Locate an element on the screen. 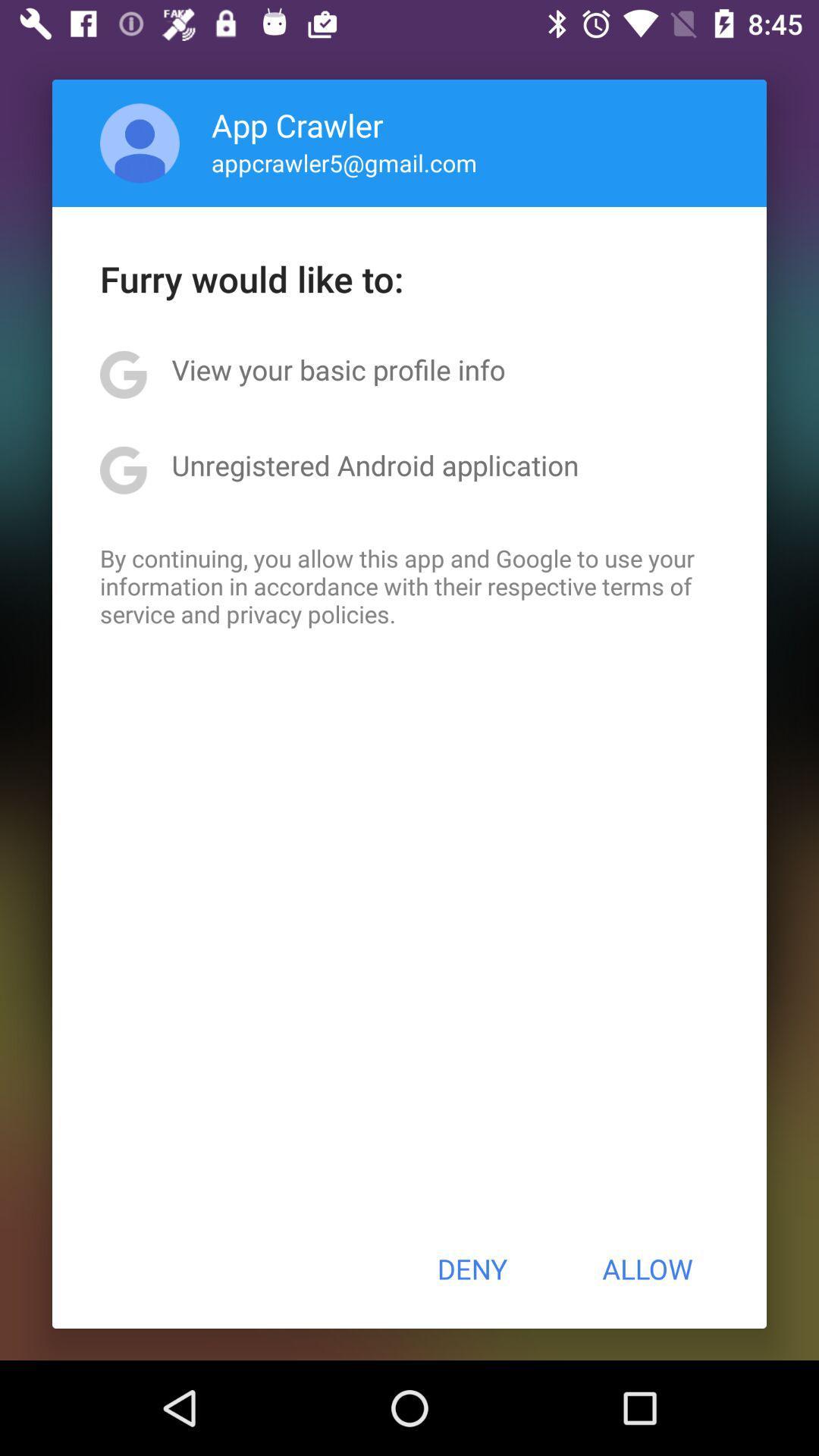  the item at the bottom is located at coordinates (471, 1269).